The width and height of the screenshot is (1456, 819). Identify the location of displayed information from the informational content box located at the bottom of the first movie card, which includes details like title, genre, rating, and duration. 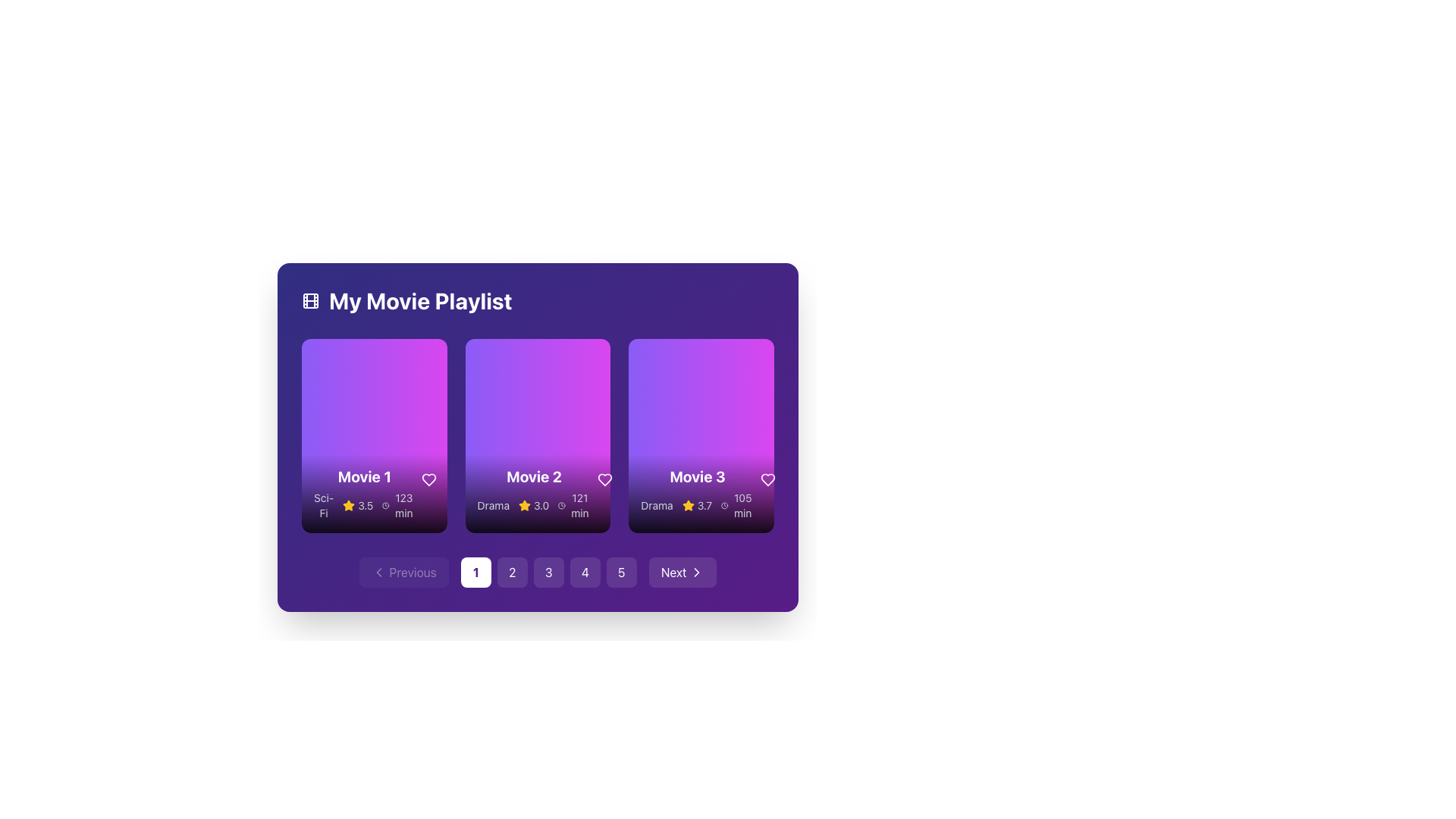
(374, 494).